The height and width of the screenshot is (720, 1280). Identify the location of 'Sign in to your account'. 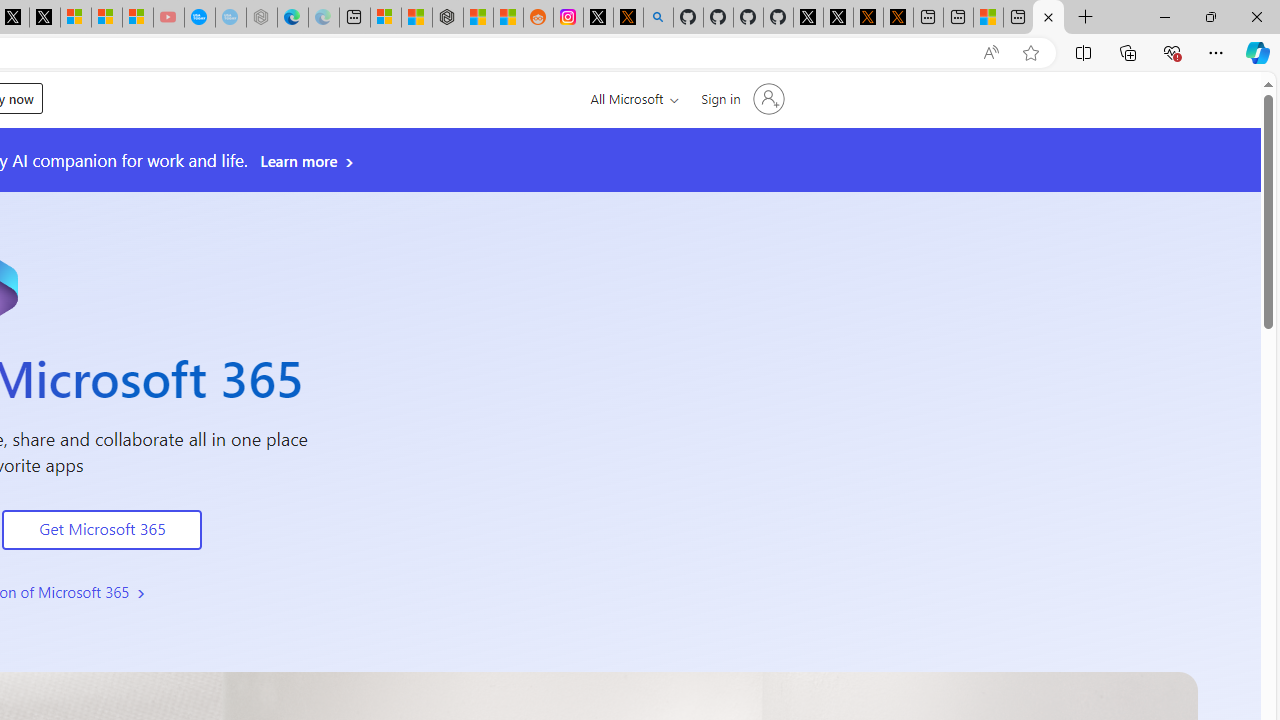
(740, 99).